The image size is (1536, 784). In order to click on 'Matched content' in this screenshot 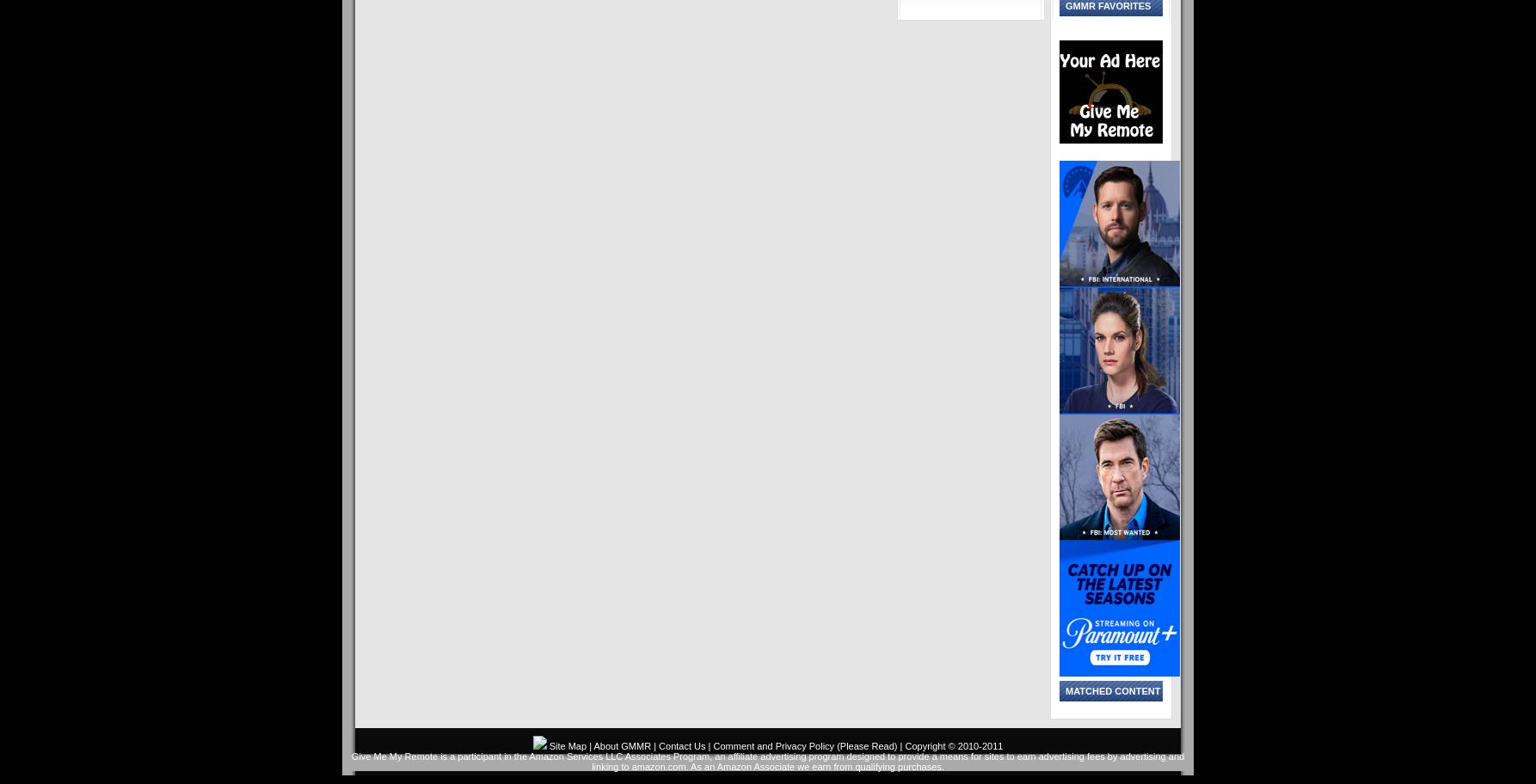, I will do `click(1112, 690)`.